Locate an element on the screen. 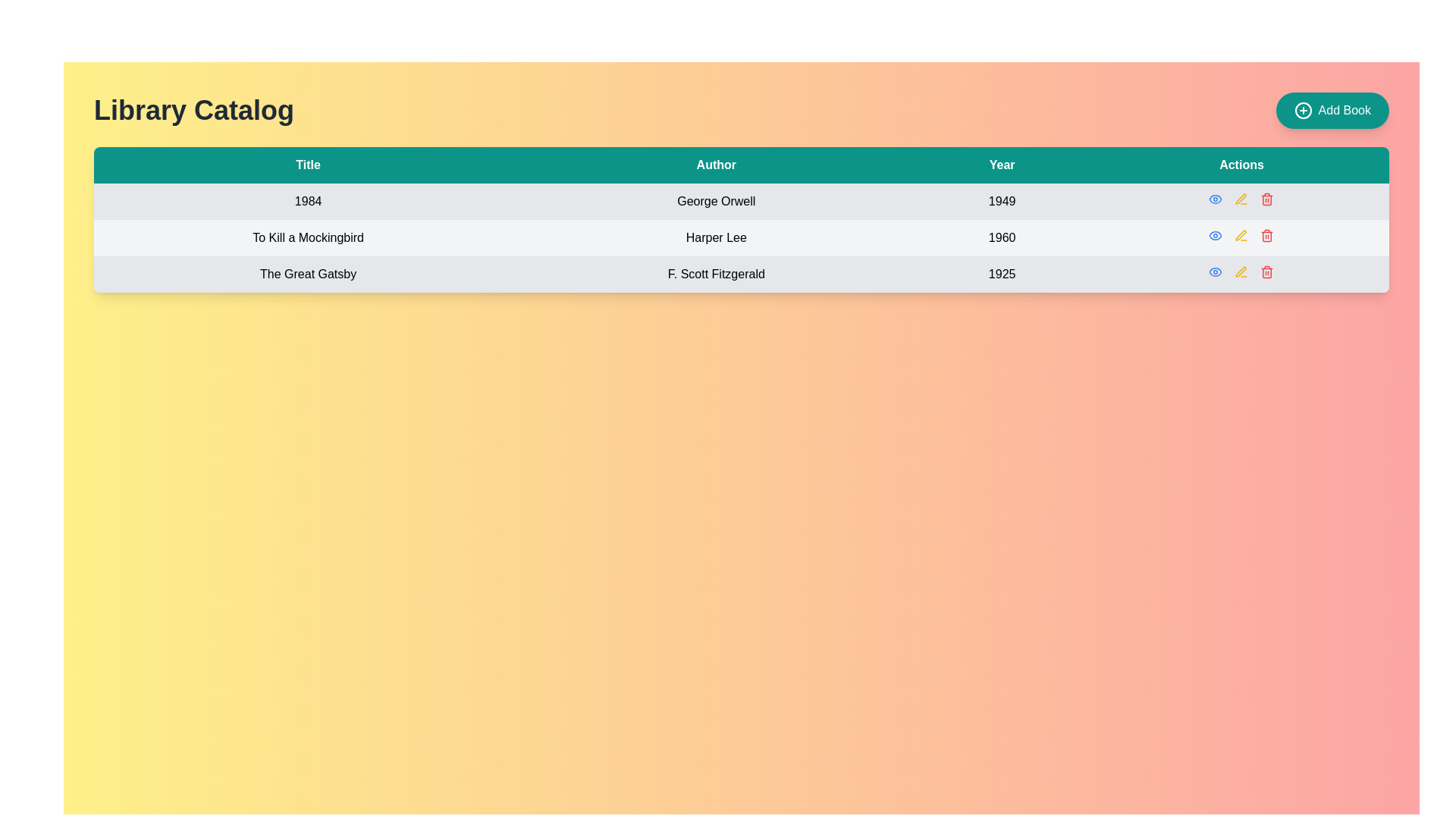 This screenshot has width=1456, height=819. text content of the Text element displaying 'Harper Lee' in the 'Author' column of the second row in the table aligned with 'To Kill a Mockingbird' and '1960' is located at coordinates (715, 237).